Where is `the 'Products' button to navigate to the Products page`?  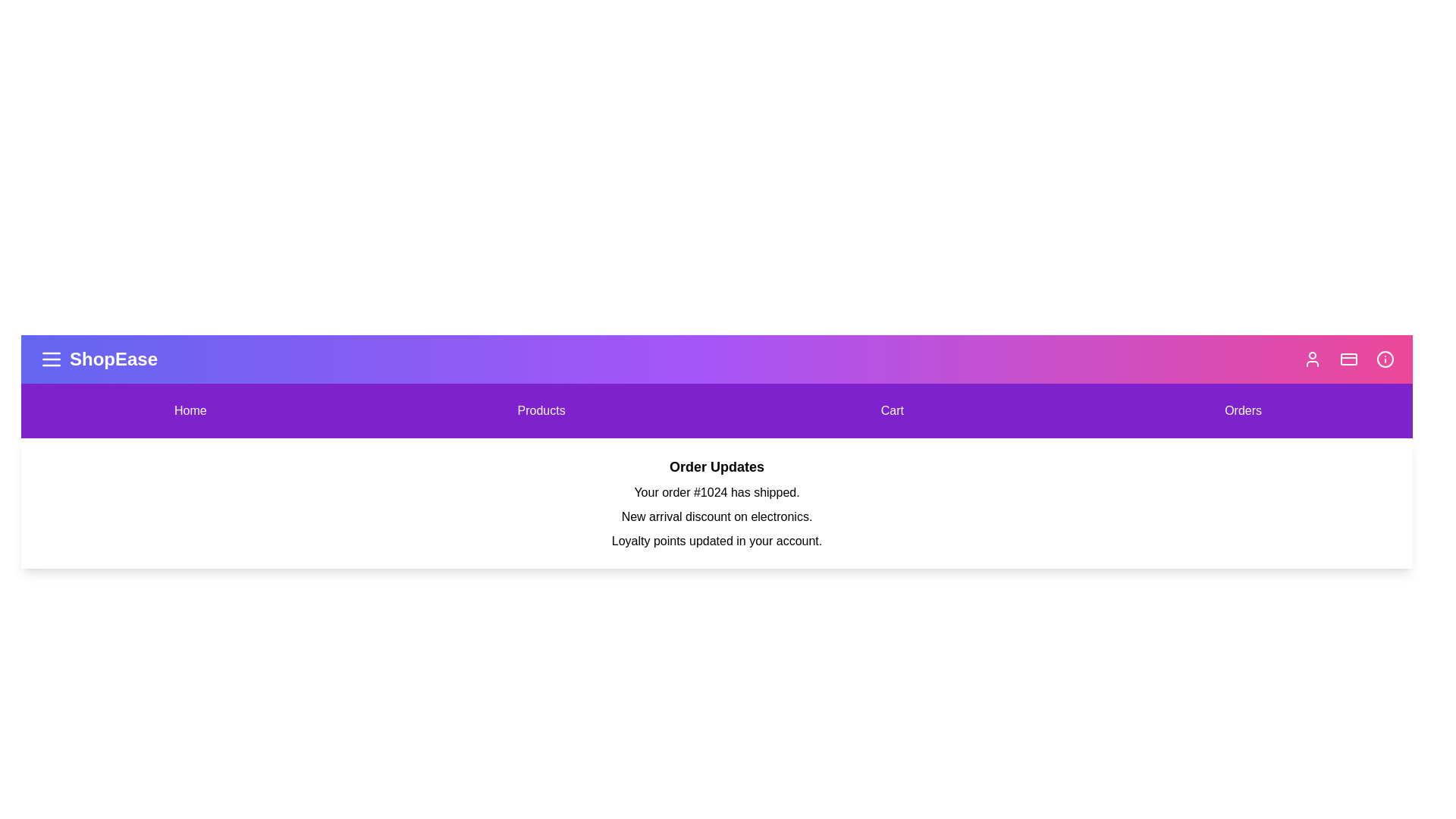
the 'Products' button to navigate to the Products page is located at coordinates (541, 411).